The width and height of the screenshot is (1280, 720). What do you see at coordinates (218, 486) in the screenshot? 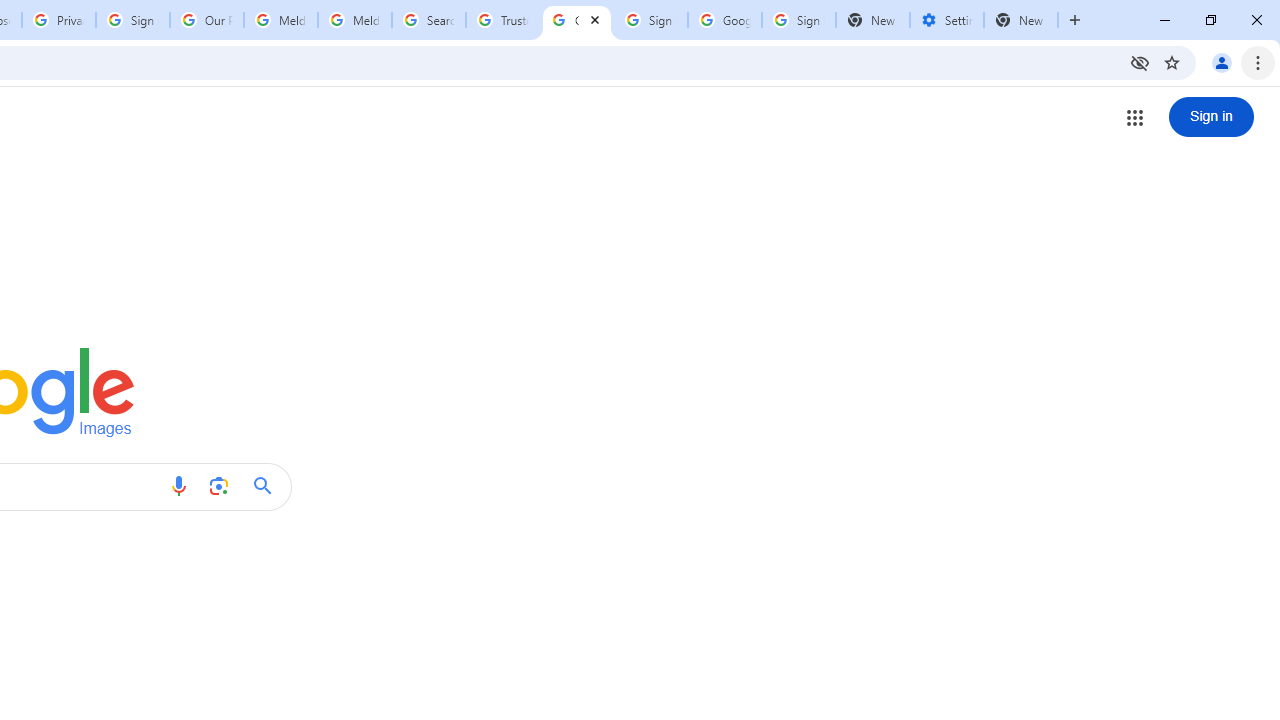
I see `'Search by image'` at bounding box center [218, 486].